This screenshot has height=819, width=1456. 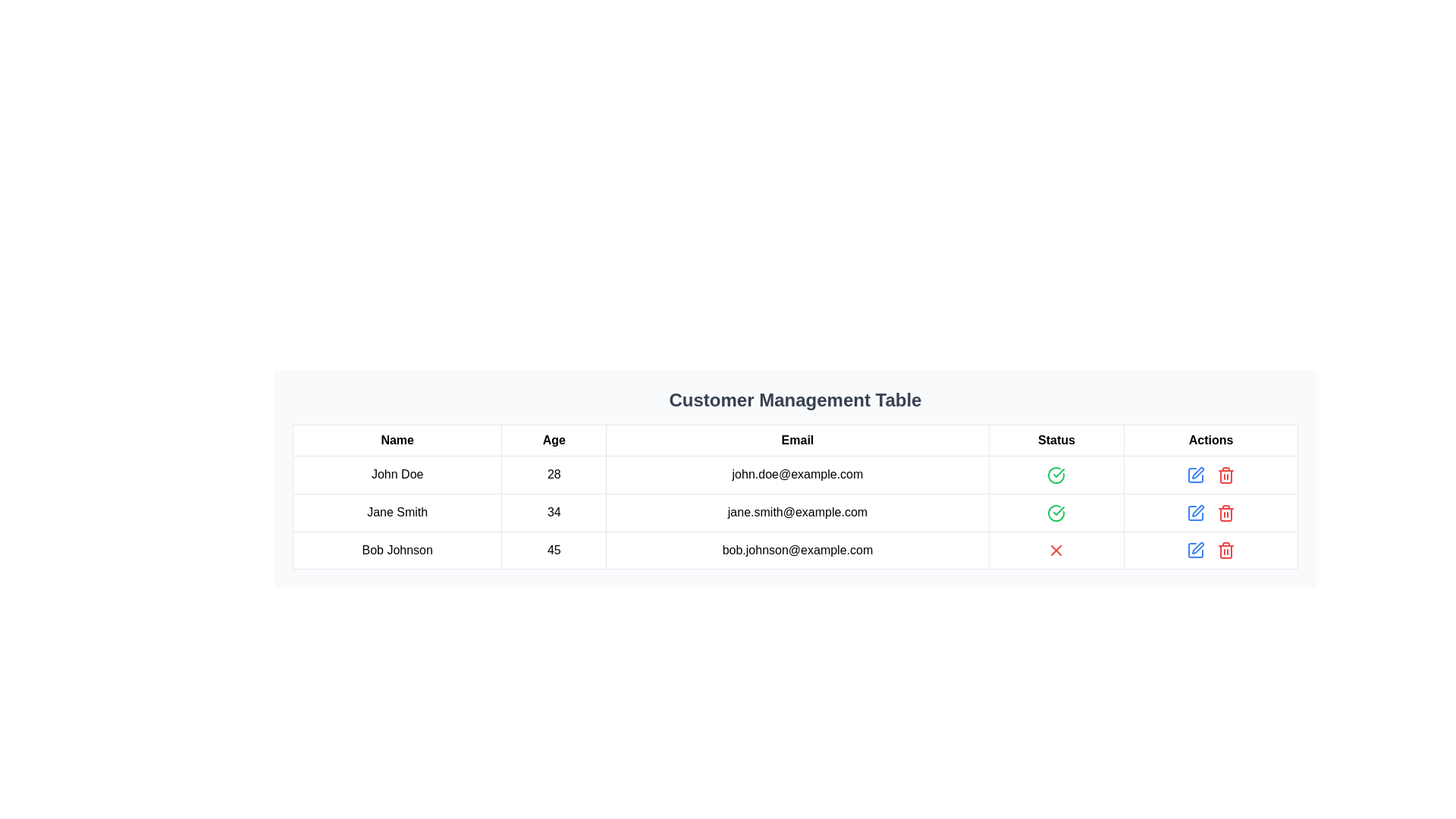 I want to click on the blue pen icon in the 'Actions' column of the third row in the table, so click(x=1195, y=474).